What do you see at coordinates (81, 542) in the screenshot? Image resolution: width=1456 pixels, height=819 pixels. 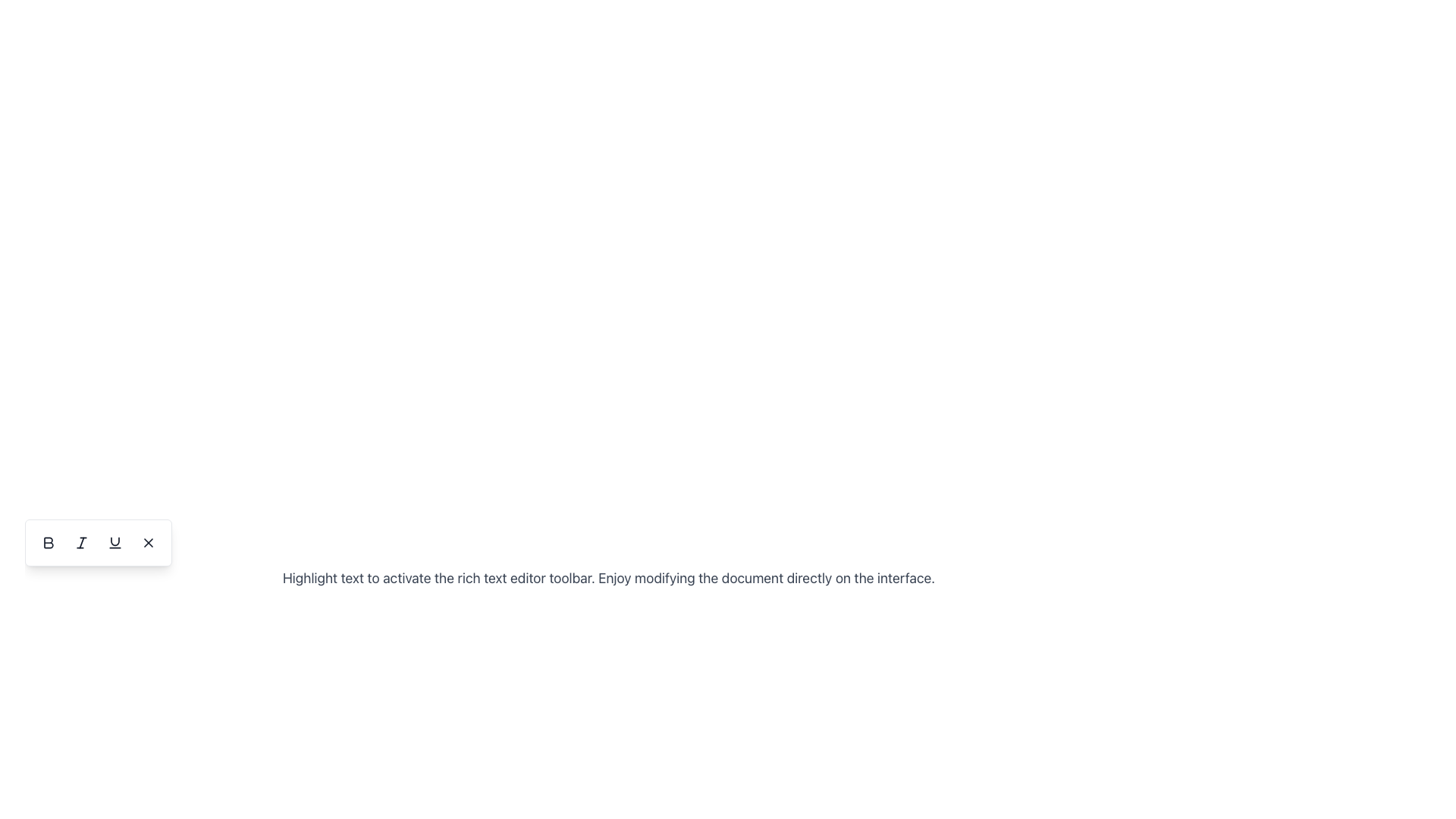 I see `the italicized gray letter I button in the text editing toolbar` at bounding box center [81, 542].